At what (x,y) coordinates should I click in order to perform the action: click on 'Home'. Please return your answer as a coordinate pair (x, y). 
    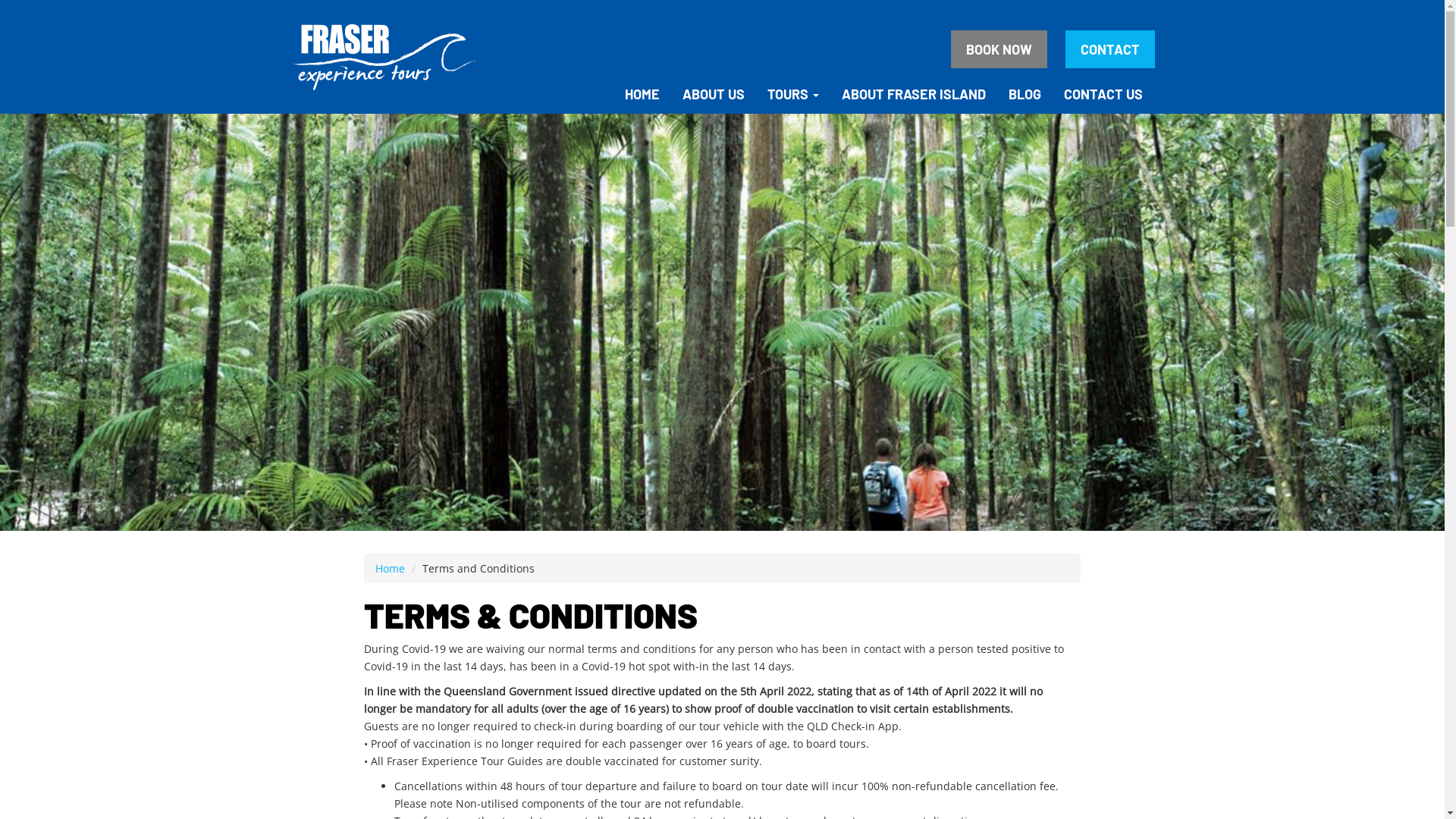
    Looking at the image, I should click on (390, 568).